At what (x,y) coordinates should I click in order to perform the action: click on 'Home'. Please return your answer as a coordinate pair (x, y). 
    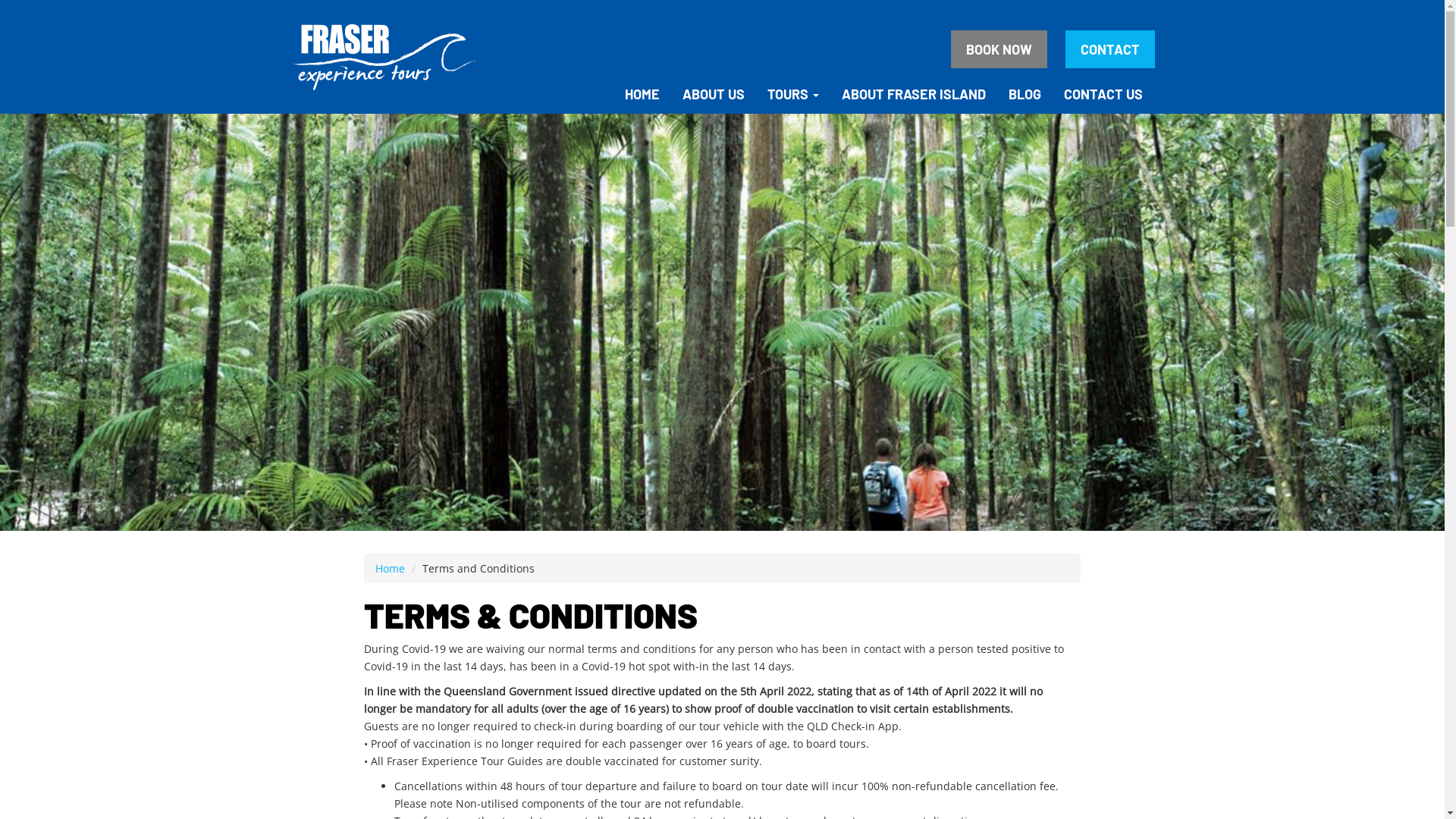
    Looking at the image, I should click on (390, 568).